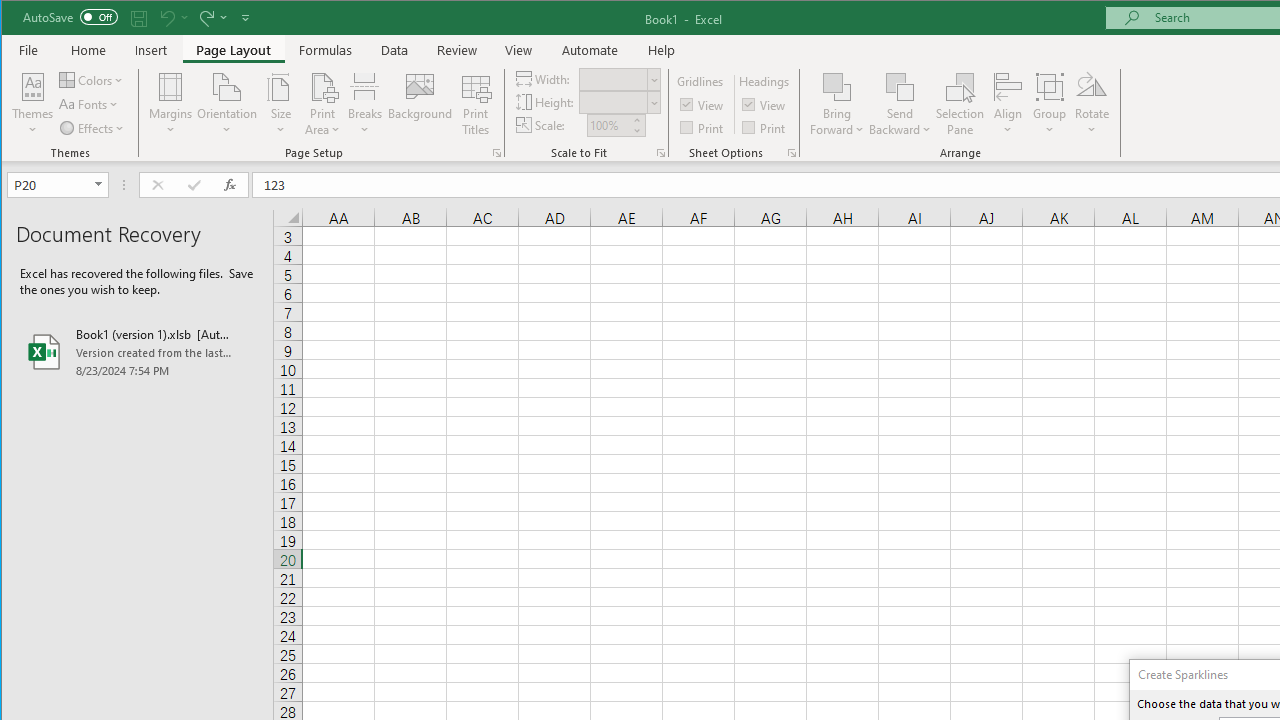  Describe the element at coordinates (1091, 104) in the screenshot. I see `'Rotate'` at that location.